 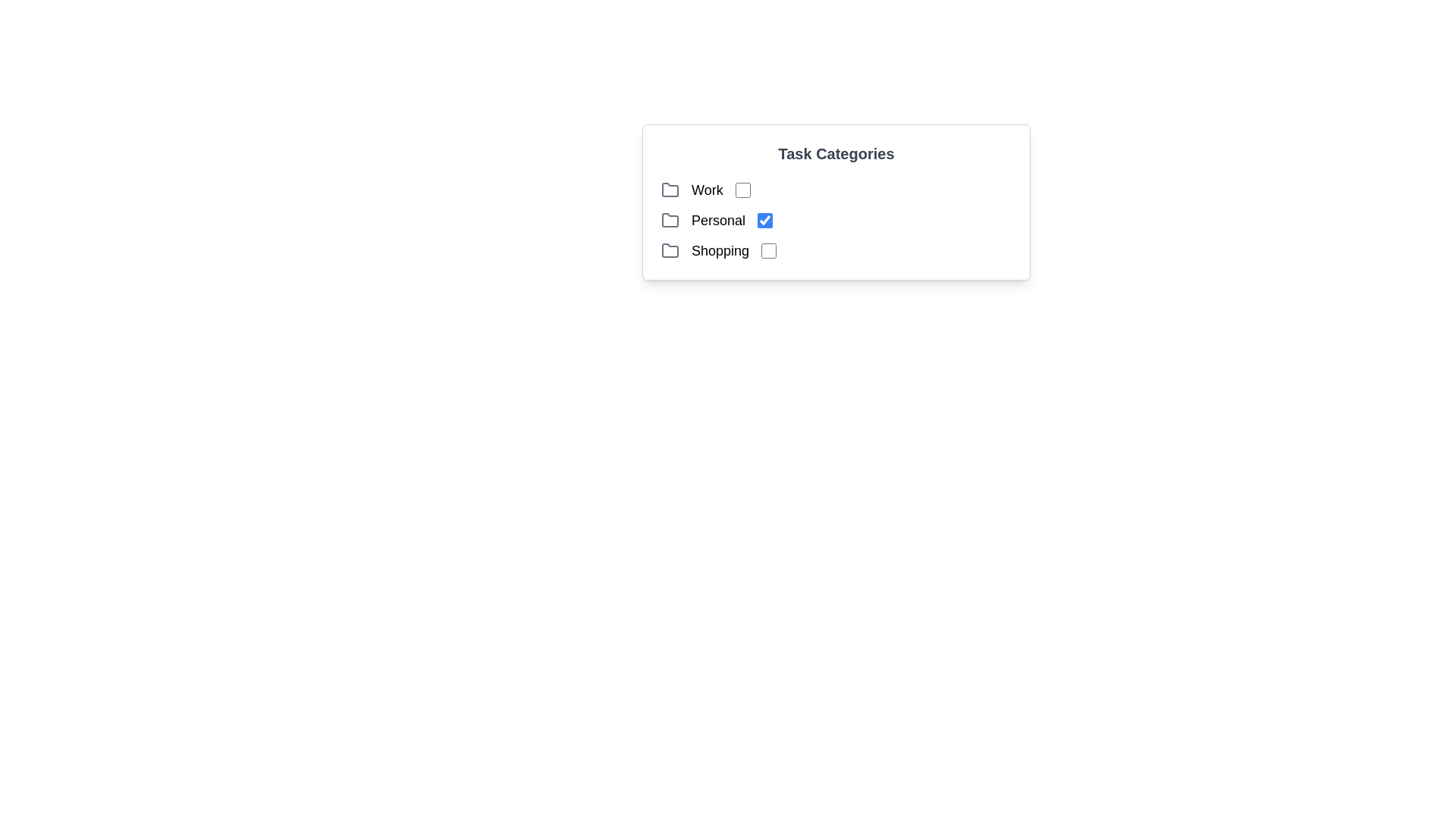 What do you see at coordinates (717, 220) in the screenshot?
I see `'Personal' Text Label located in the second row of the task categories, positioned between a folder icon and a checkbox` at bounding box center [717, 220].